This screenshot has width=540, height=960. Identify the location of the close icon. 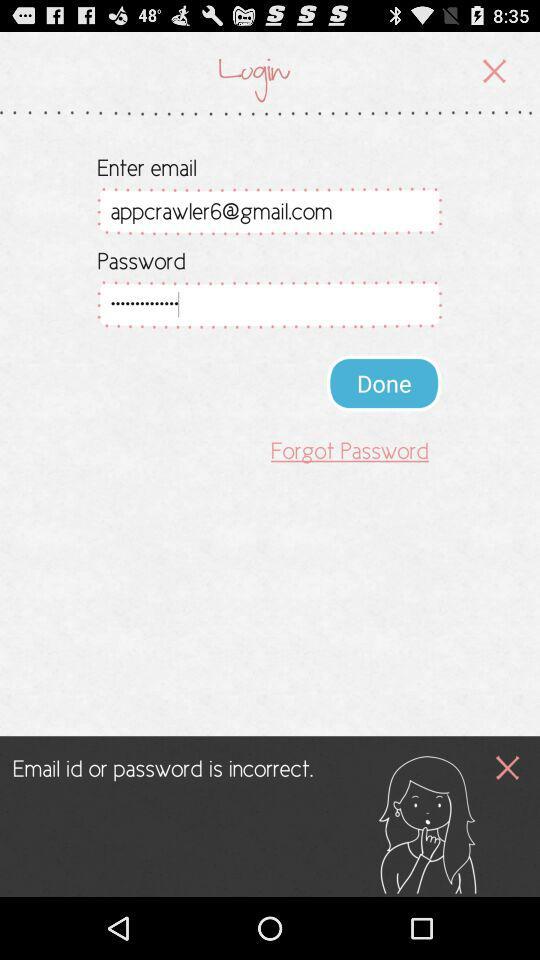
(494, 75).